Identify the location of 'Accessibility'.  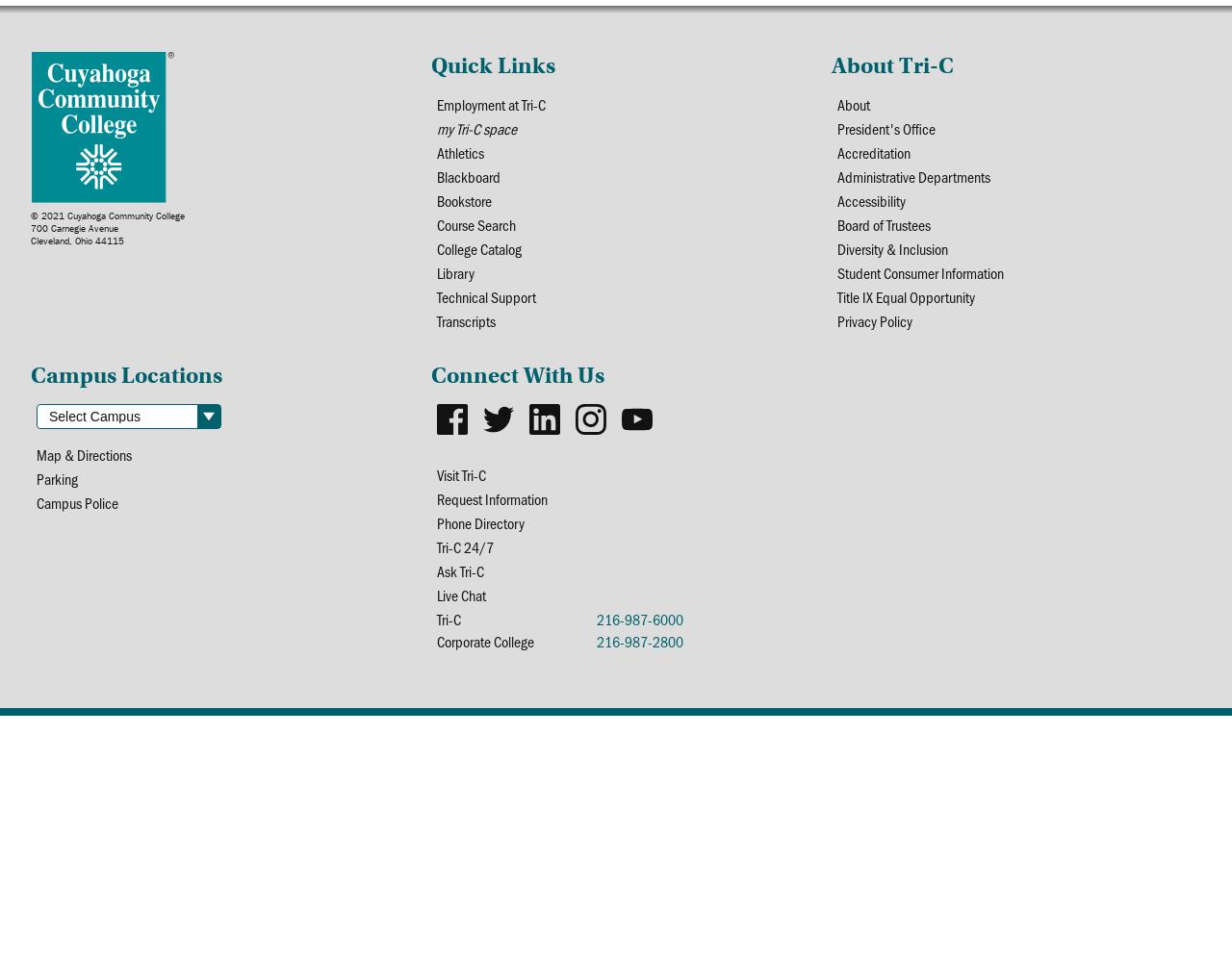
(869, 199).